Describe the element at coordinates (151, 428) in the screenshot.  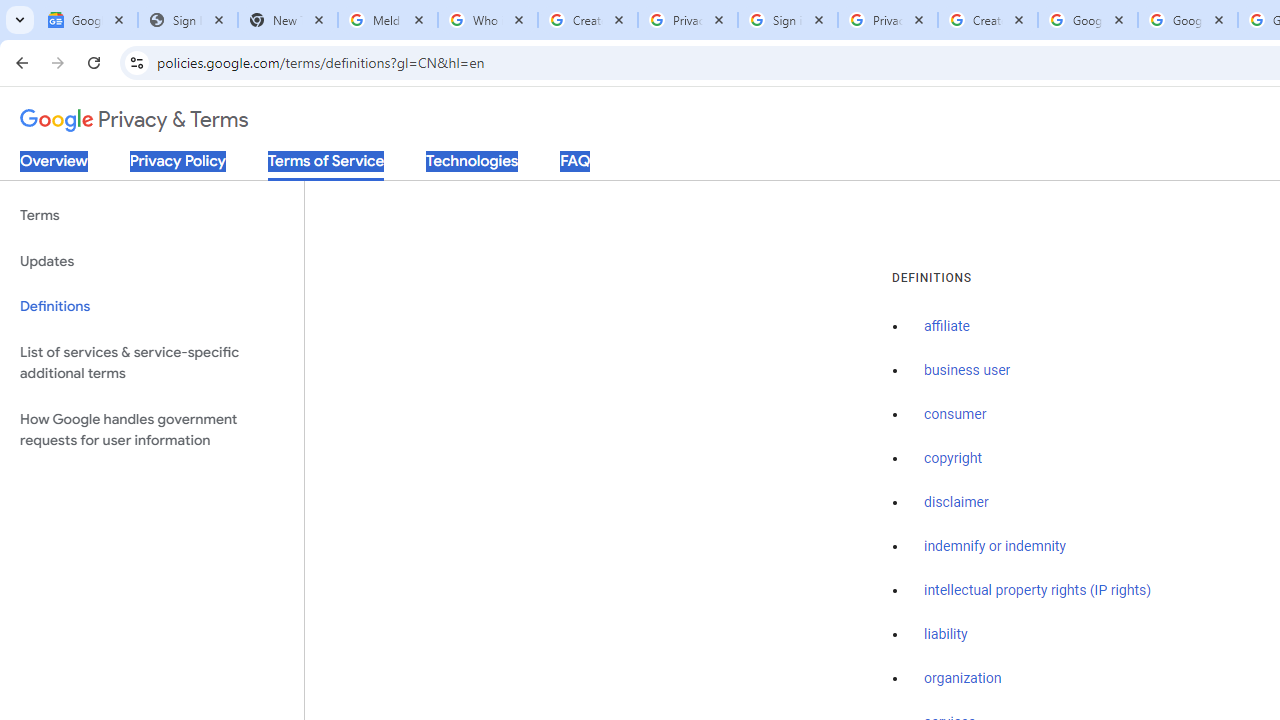
I see `'How Google handles government requests for user information'` at that location.